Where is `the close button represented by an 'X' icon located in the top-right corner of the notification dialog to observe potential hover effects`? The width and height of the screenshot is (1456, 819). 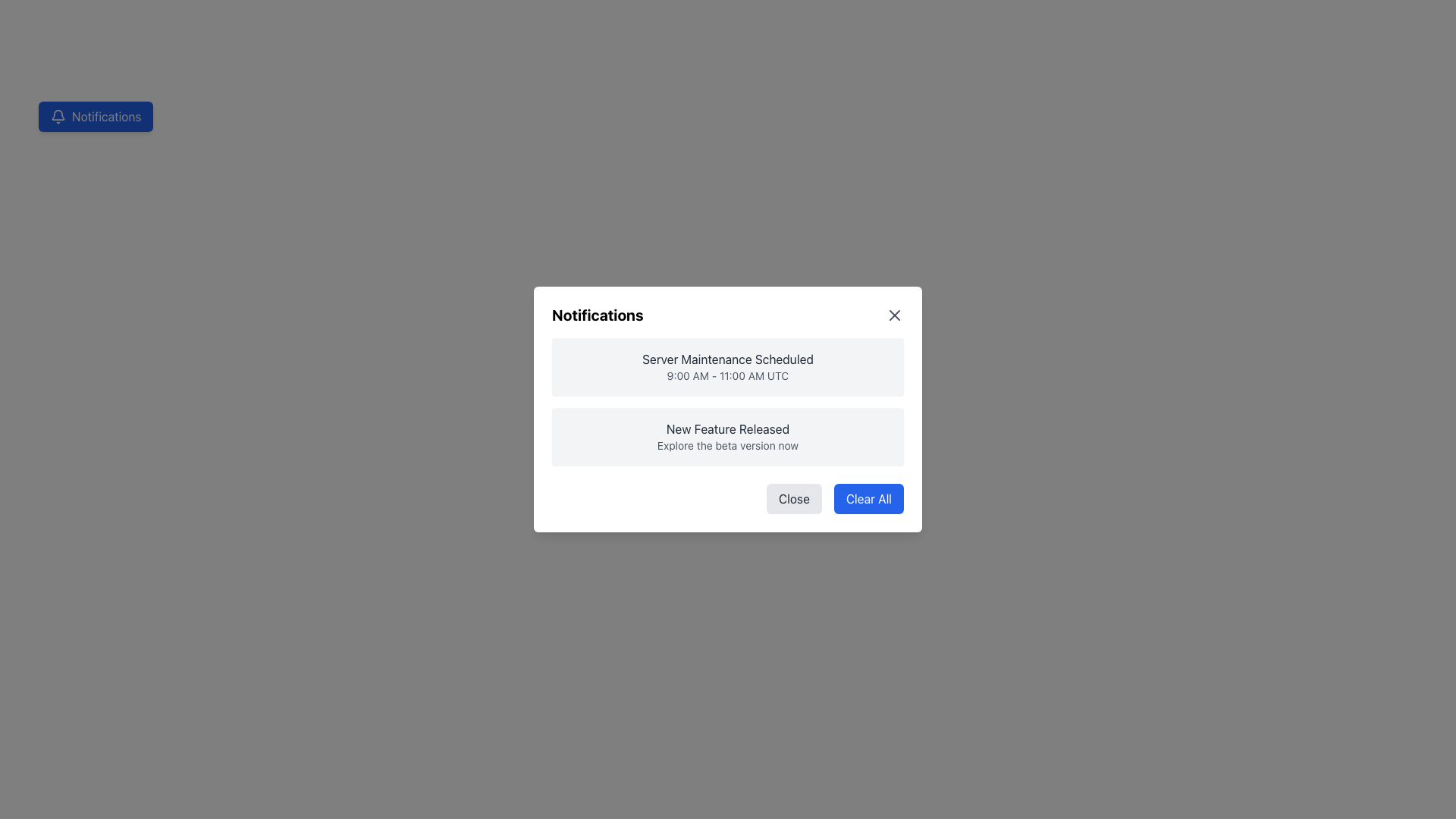
the close button represented by an 'X' icon located in the top-right corner of the notification dialog to observe potential hover effects is located at coordinates (895, 315).